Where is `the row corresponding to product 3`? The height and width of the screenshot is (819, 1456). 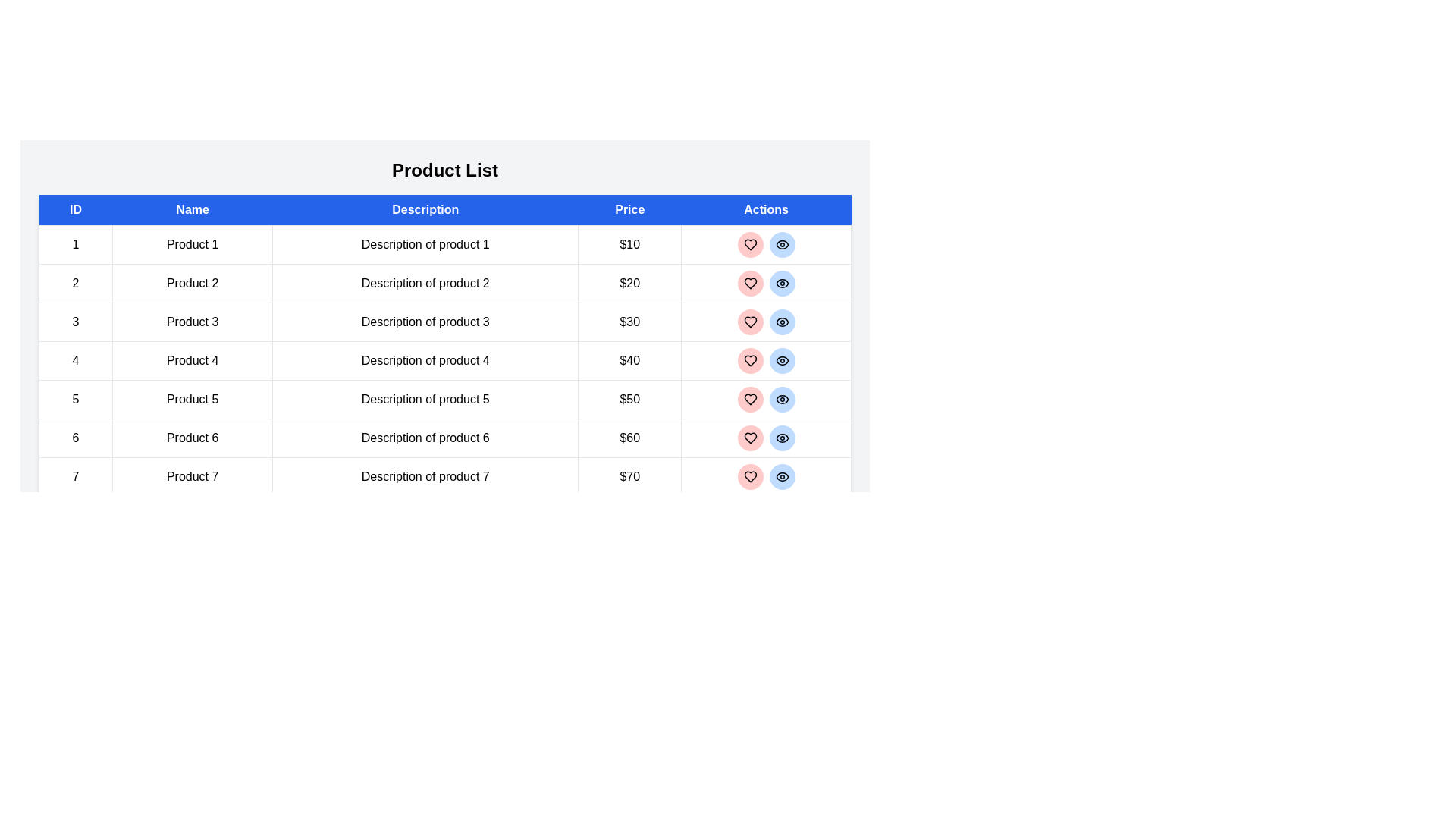
the row corresponding to product 3 is located at coordinates (444, 321).